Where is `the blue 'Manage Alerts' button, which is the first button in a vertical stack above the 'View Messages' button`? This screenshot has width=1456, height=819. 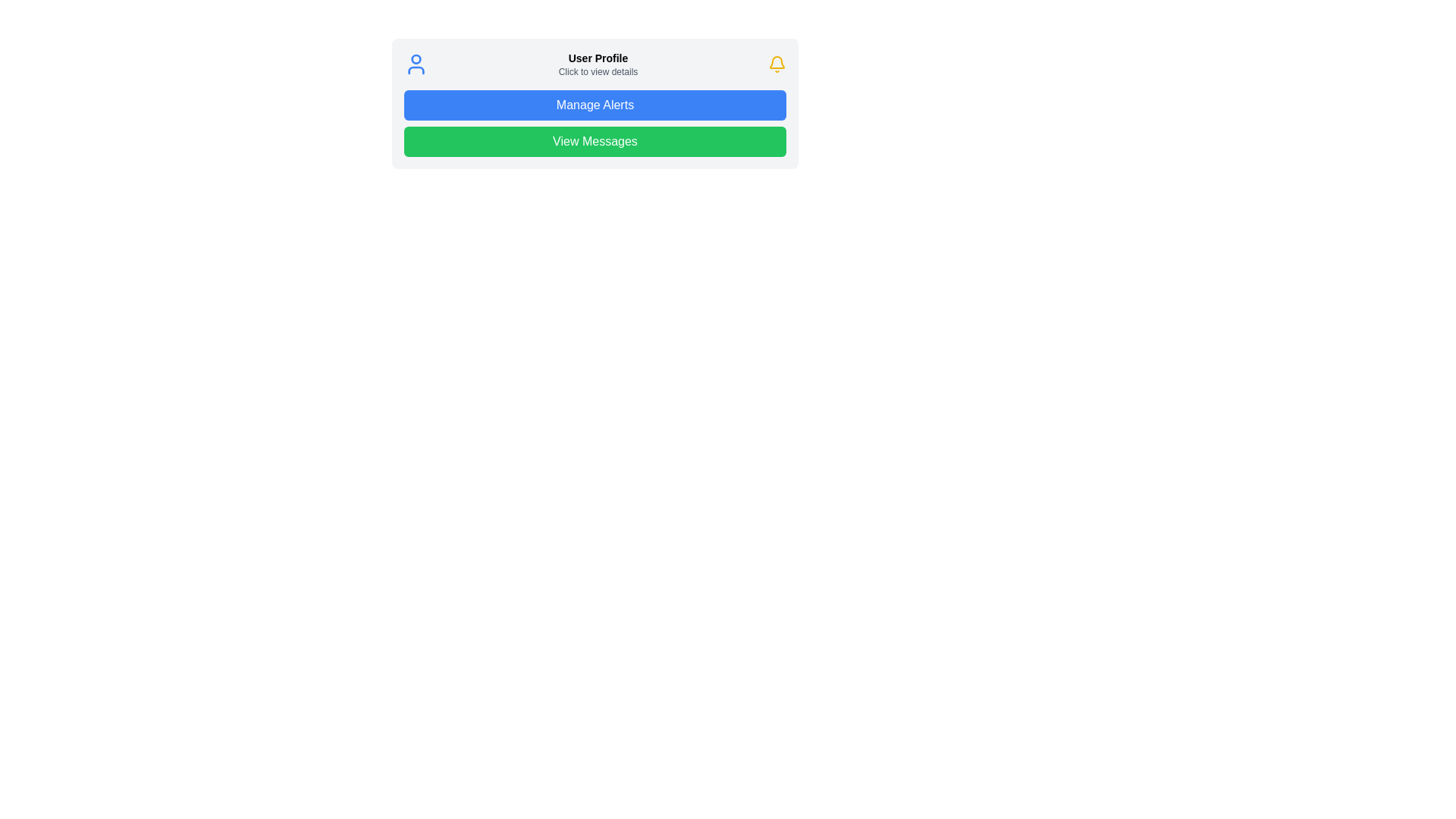 the blue 'Manage Alerts' button, which is the first button in a vertical stack above the 'View Messages' button is located at coordinates (595, 103).